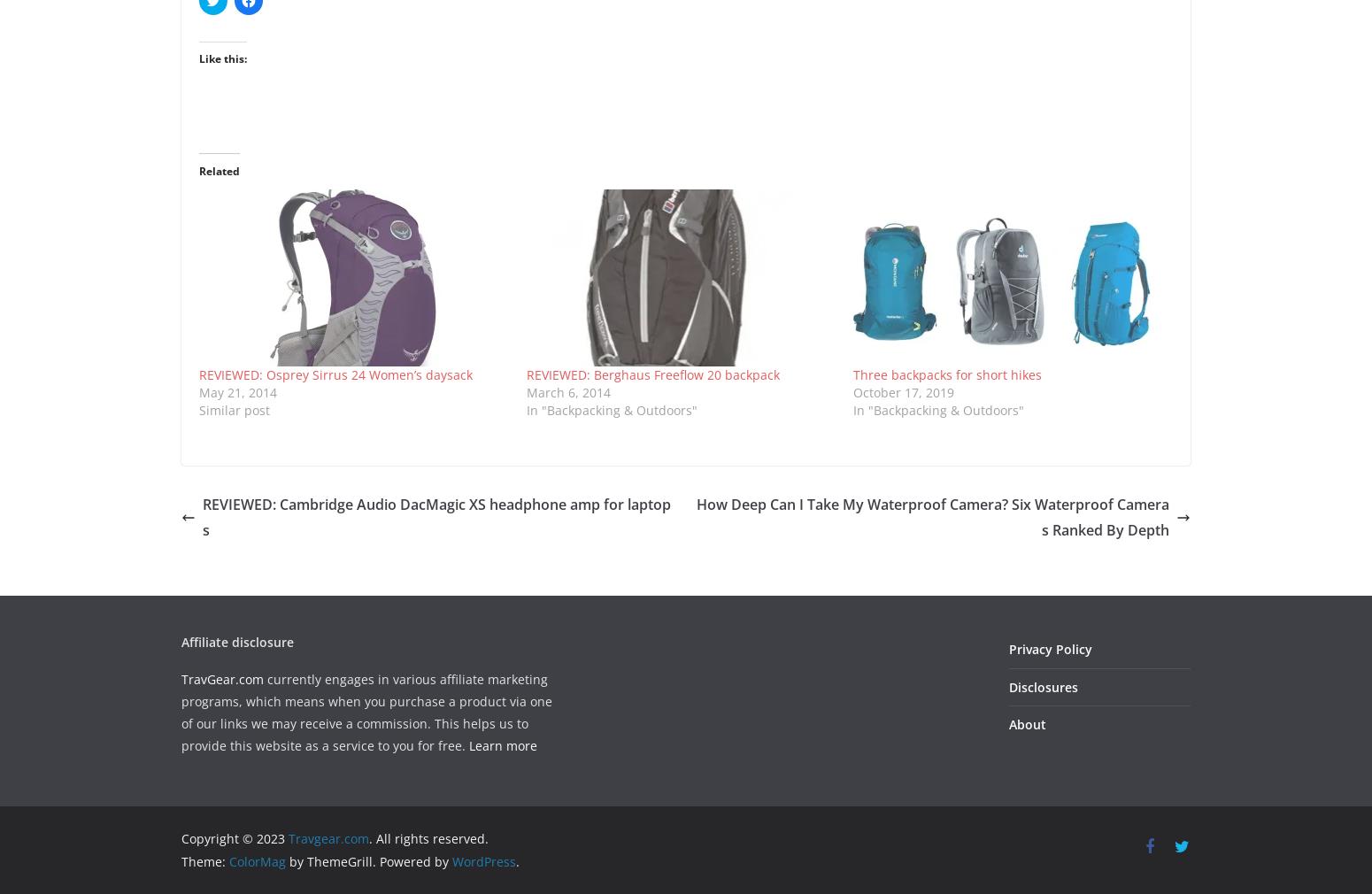 Image resolution: width=1372 pixels, height=894 pixels. Describe the element at coordinates (451, 860) in the screenshot. I see `'WordPress'` at that location.